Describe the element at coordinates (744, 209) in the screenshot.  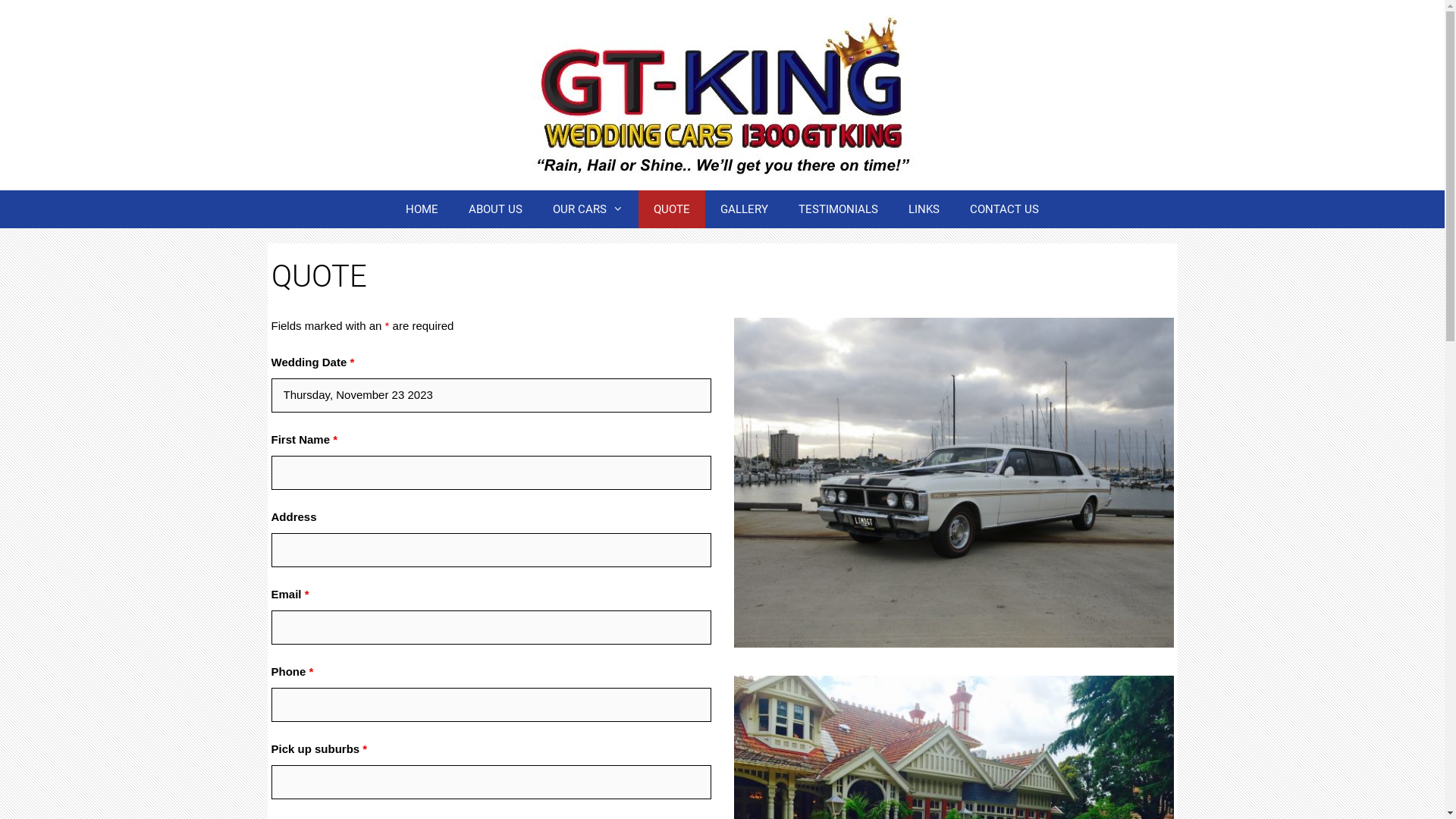
I see `'GALLERY'` at that location.